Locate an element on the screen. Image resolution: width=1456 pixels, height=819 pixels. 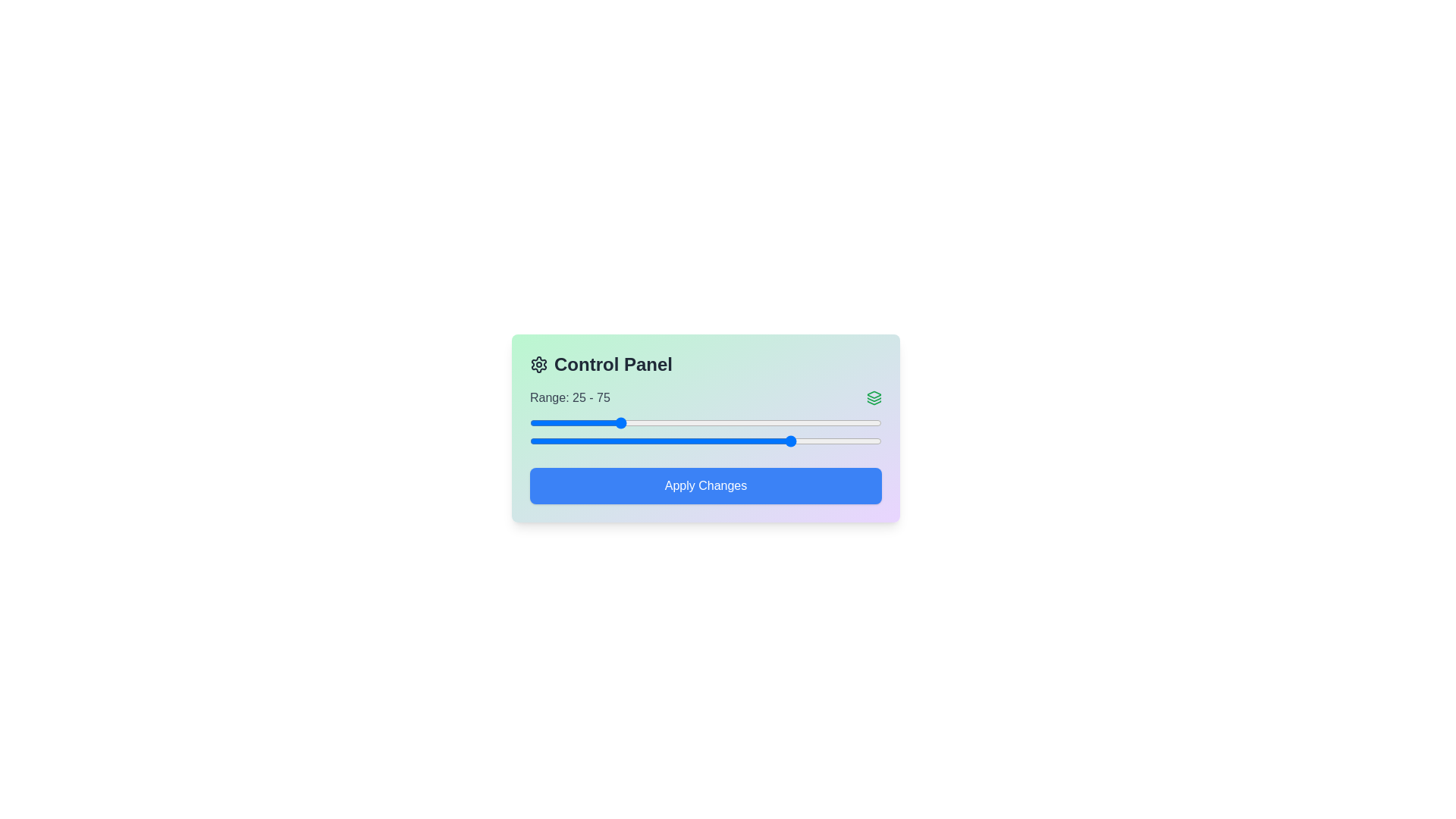
the left slider to set the starting value to 27 is located at coordinates (625, 423).